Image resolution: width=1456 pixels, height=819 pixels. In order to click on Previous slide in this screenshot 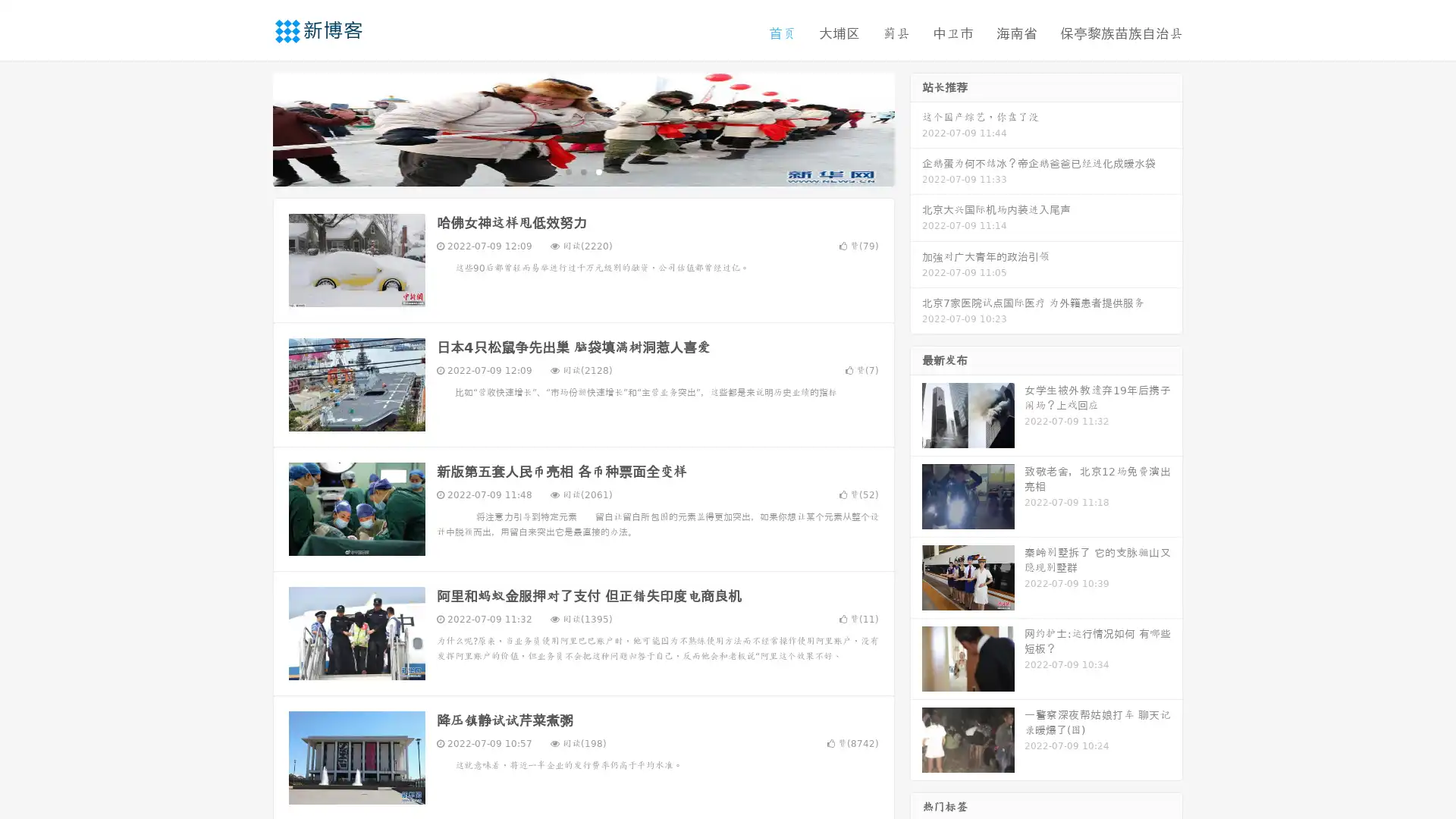, I will do `click(250, 127)`.